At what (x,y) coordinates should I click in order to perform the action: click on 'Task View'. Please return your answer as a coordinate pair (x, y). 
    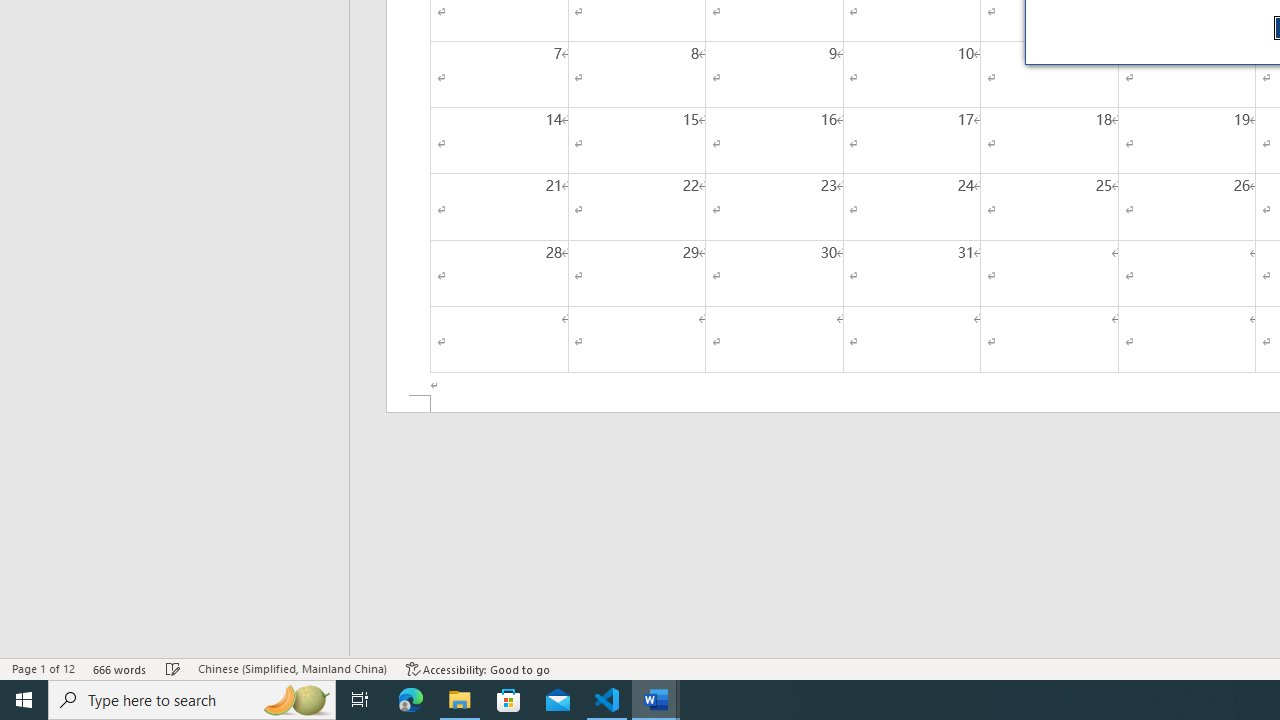
    Looking at the image, I should click on (359, 698).